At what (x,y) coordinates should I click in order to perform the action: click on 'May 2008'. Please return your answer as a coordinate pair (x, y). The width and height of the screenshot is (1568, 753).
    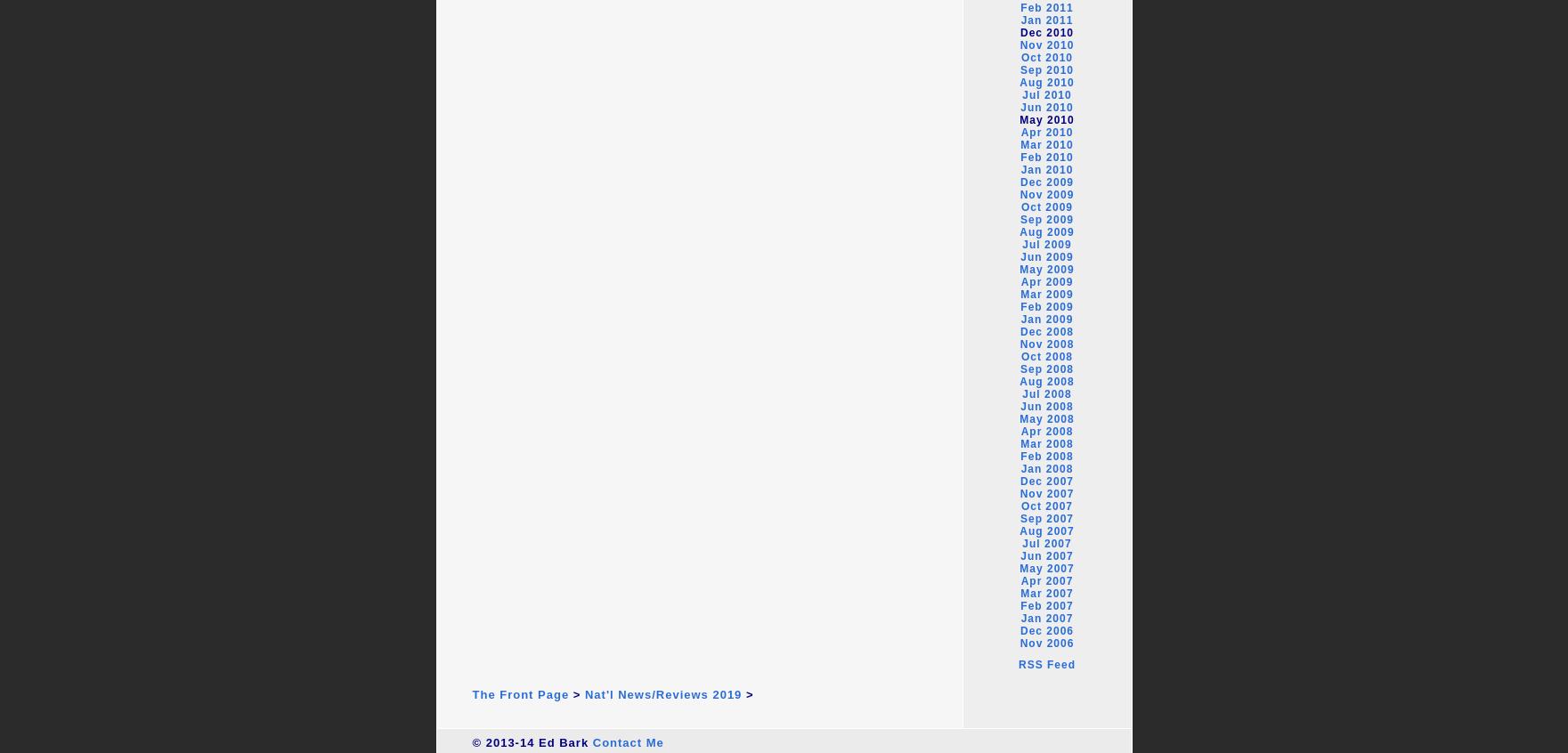
    Looking at the image, I should click on (1046, 417).